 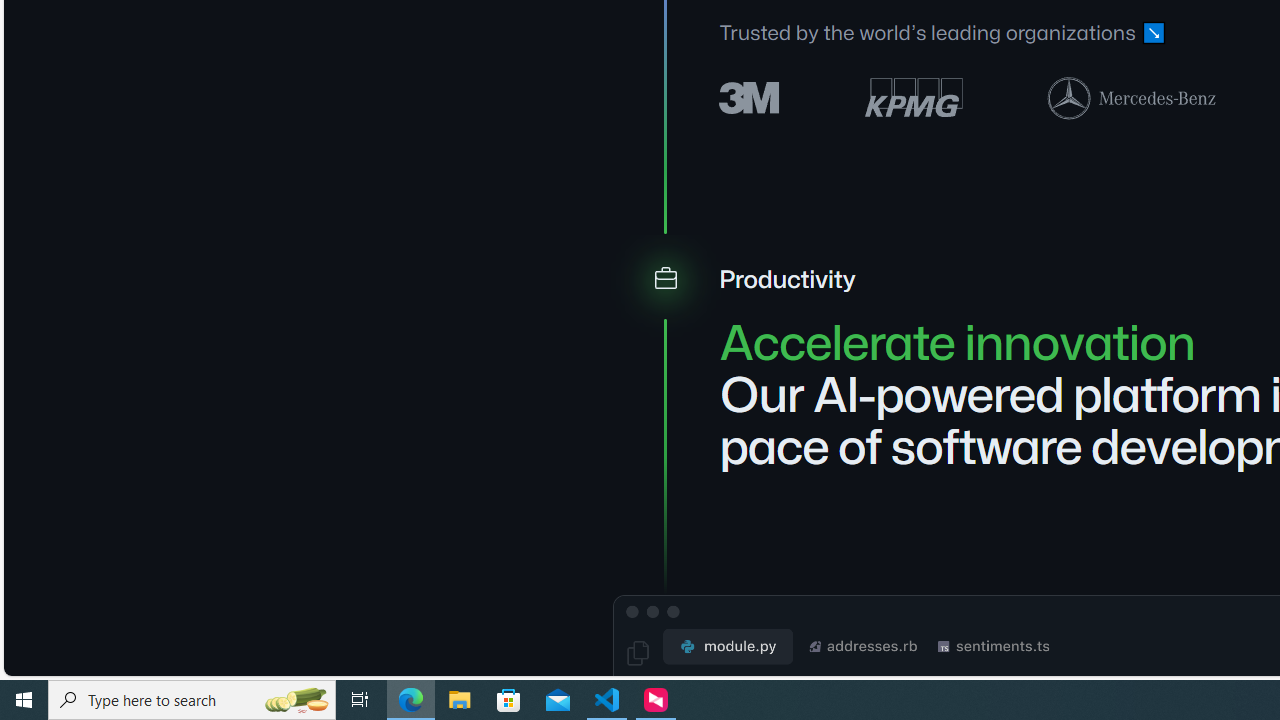 I want to click on 'Search highlights icon opens search home window', so click(x=294, y=698).